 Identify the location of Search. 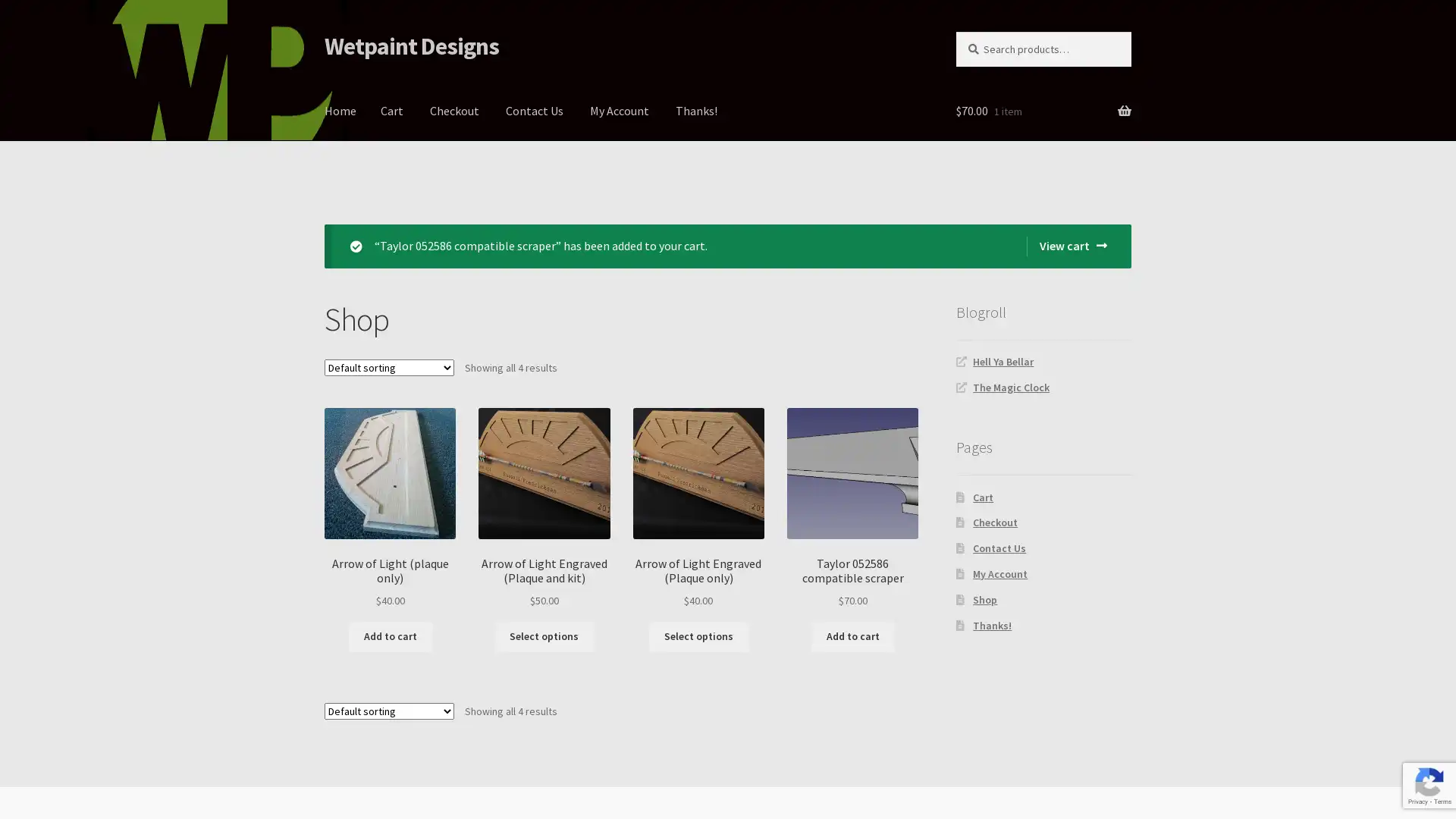
(954, 30).